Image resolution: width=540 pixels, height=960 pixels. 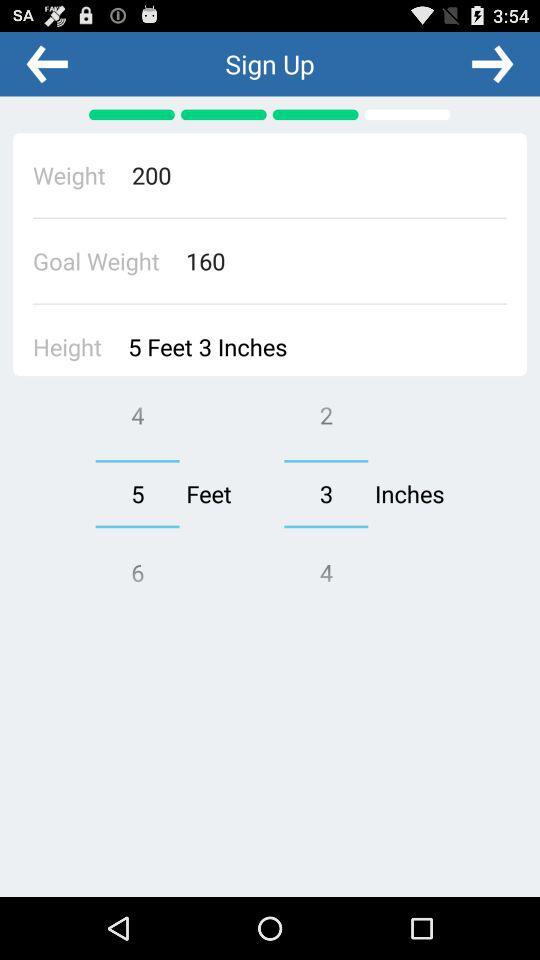 What do you see at coordinates (47, 63) in the screenshot?
I see `go back` at bounding box center [47, 63].